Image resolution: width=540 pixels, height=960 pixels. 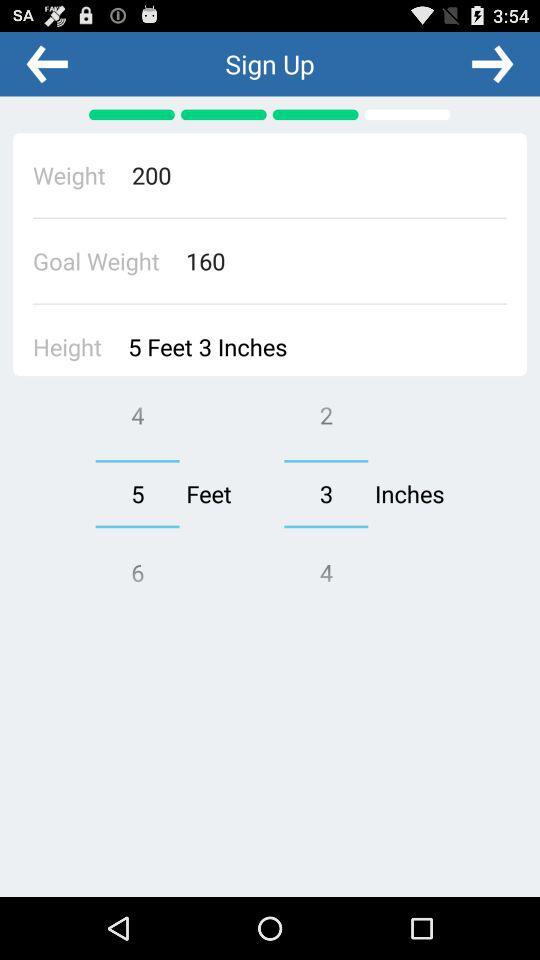 What do you see at coordinates (47, 63) in the screenshot?
I see `go back` at bounding box center [47, 63].